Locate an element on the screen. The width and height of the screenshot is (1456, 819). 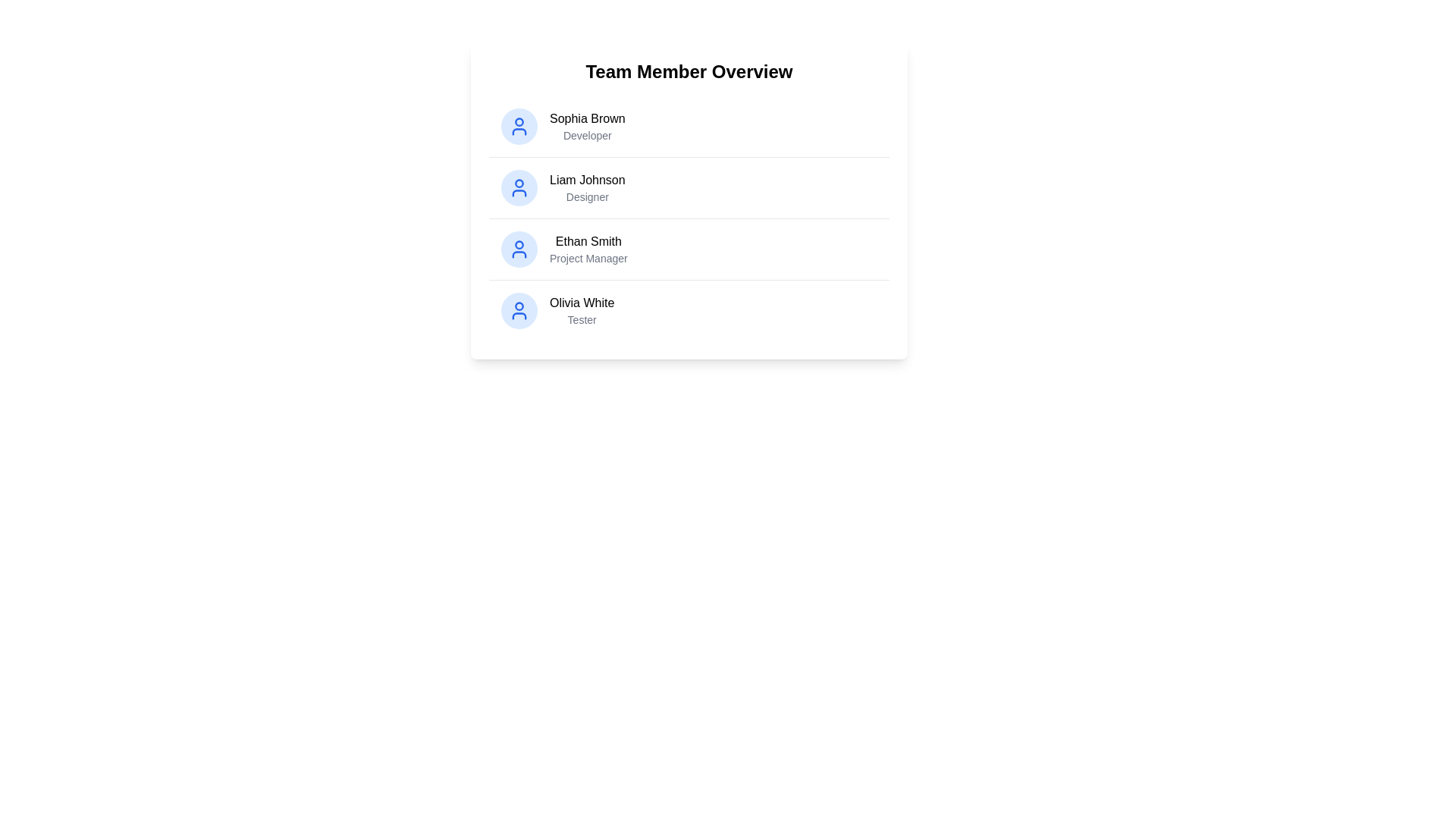
the list item representing 'Liam Johnson - Designer' is located at coordinates (562, 187).